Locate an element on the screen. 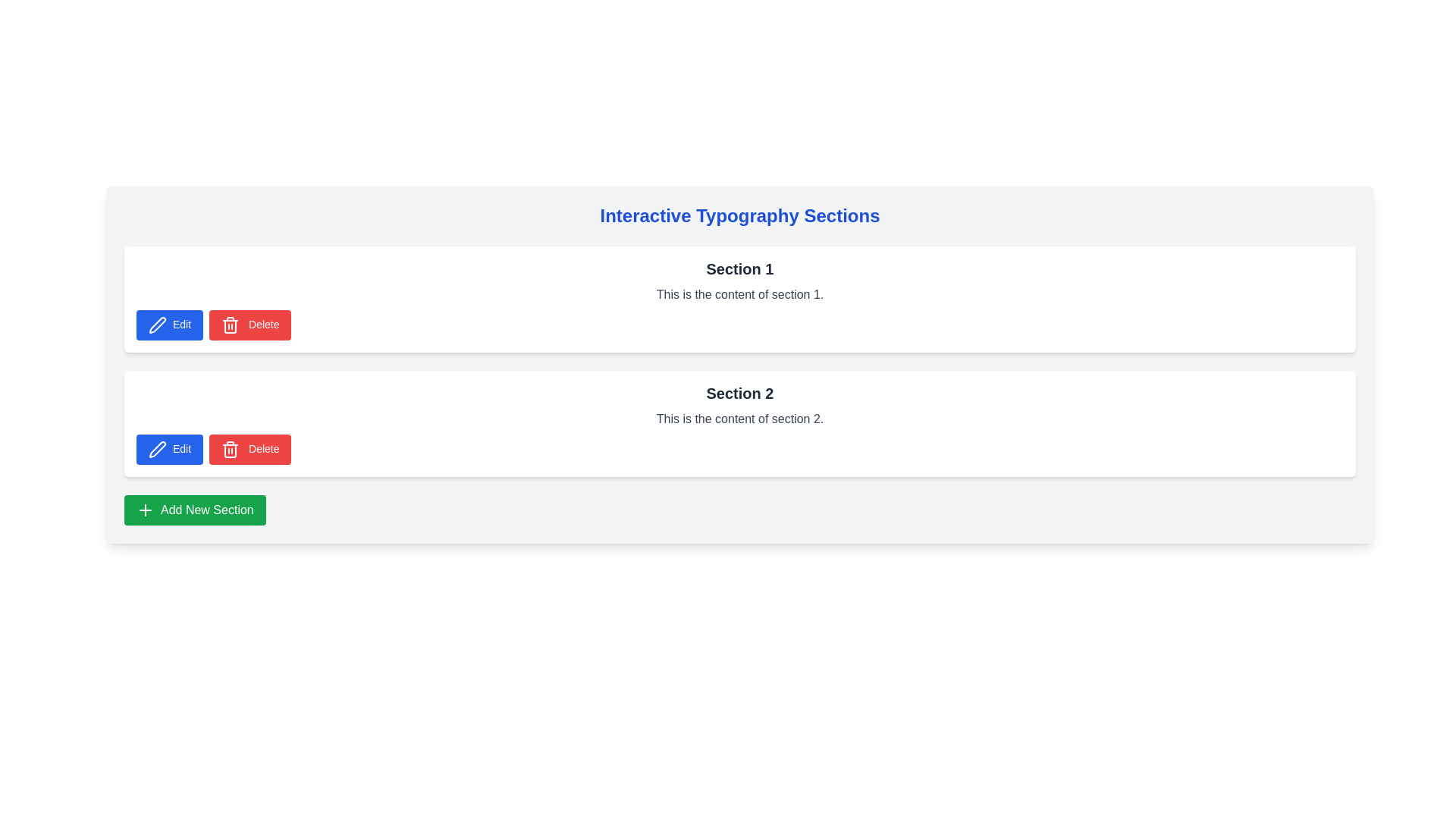 Image resolution: width=1456 pixels, height=819 pixels. the decorative edit icon positioned to the left of the blue 'Edit' button in 'Section 2' is located at coordinates (157, 449).